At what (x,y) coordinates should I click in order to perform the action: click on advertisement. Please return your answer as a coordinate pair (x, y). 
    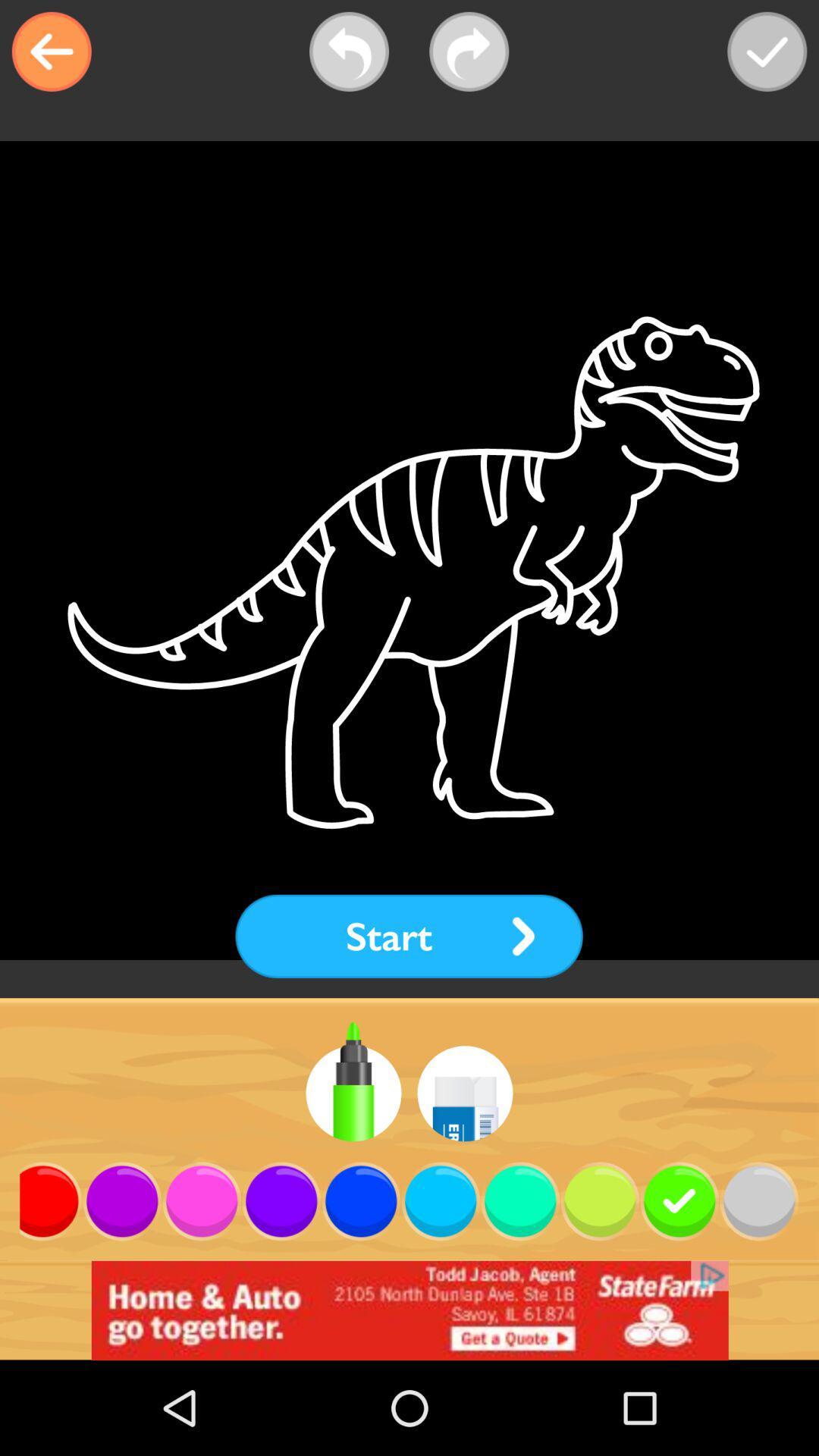
    Looking at the image, I should click on (409, 1310).